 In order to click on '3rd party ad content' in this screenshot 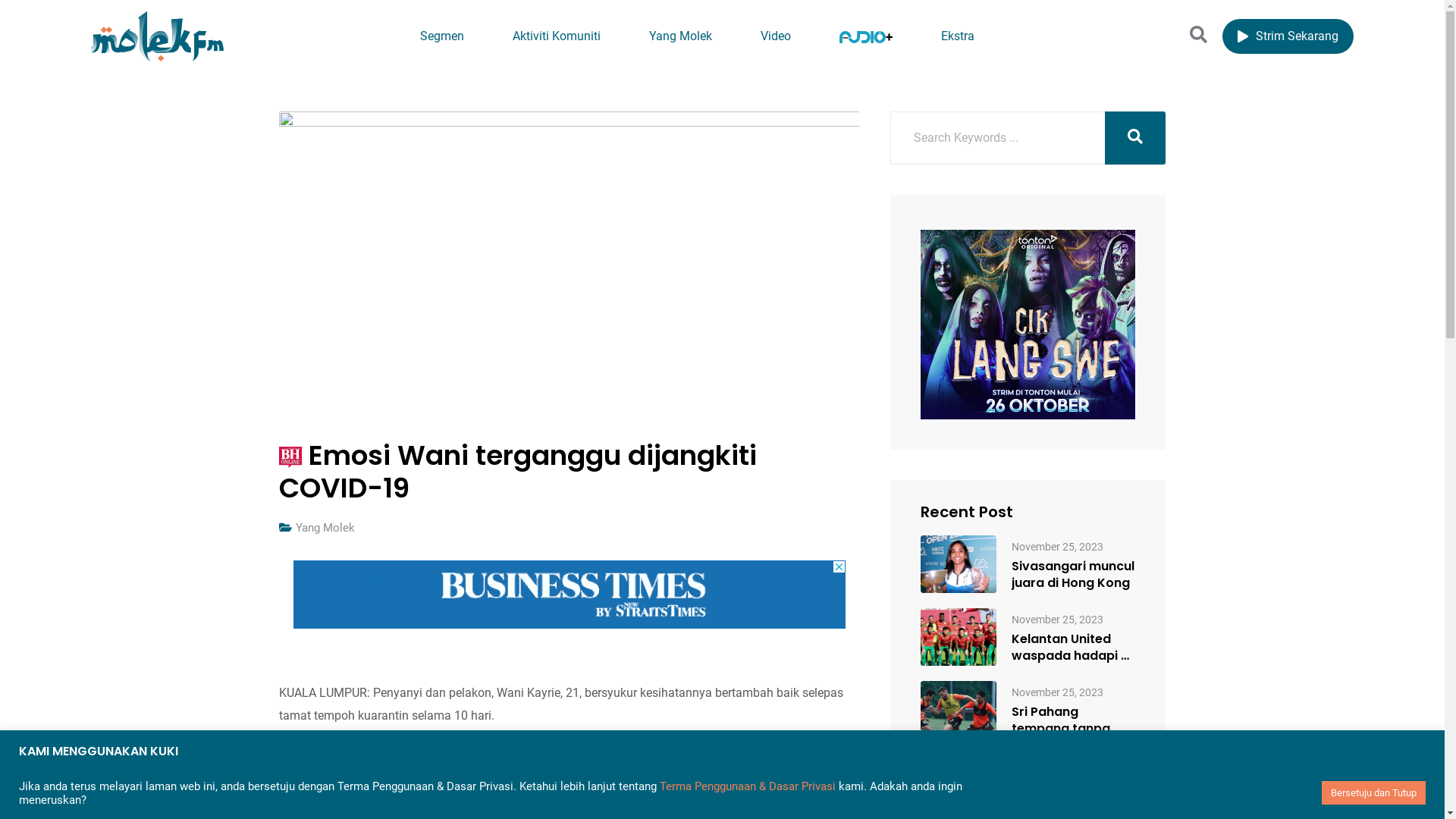, I will do `click(568, 593)`.